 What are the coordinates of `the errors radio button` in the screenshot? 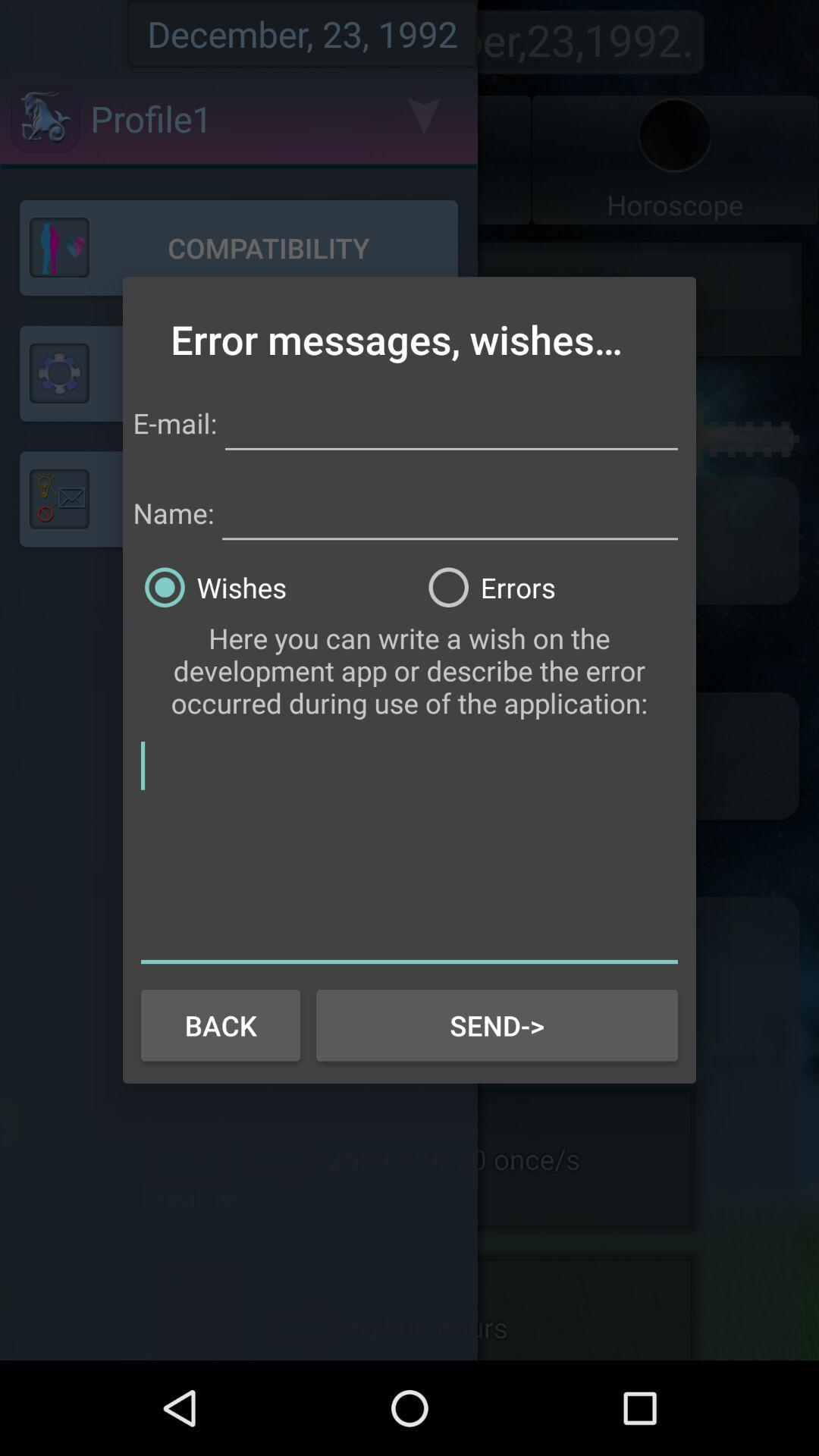 It's located at (551, 586).